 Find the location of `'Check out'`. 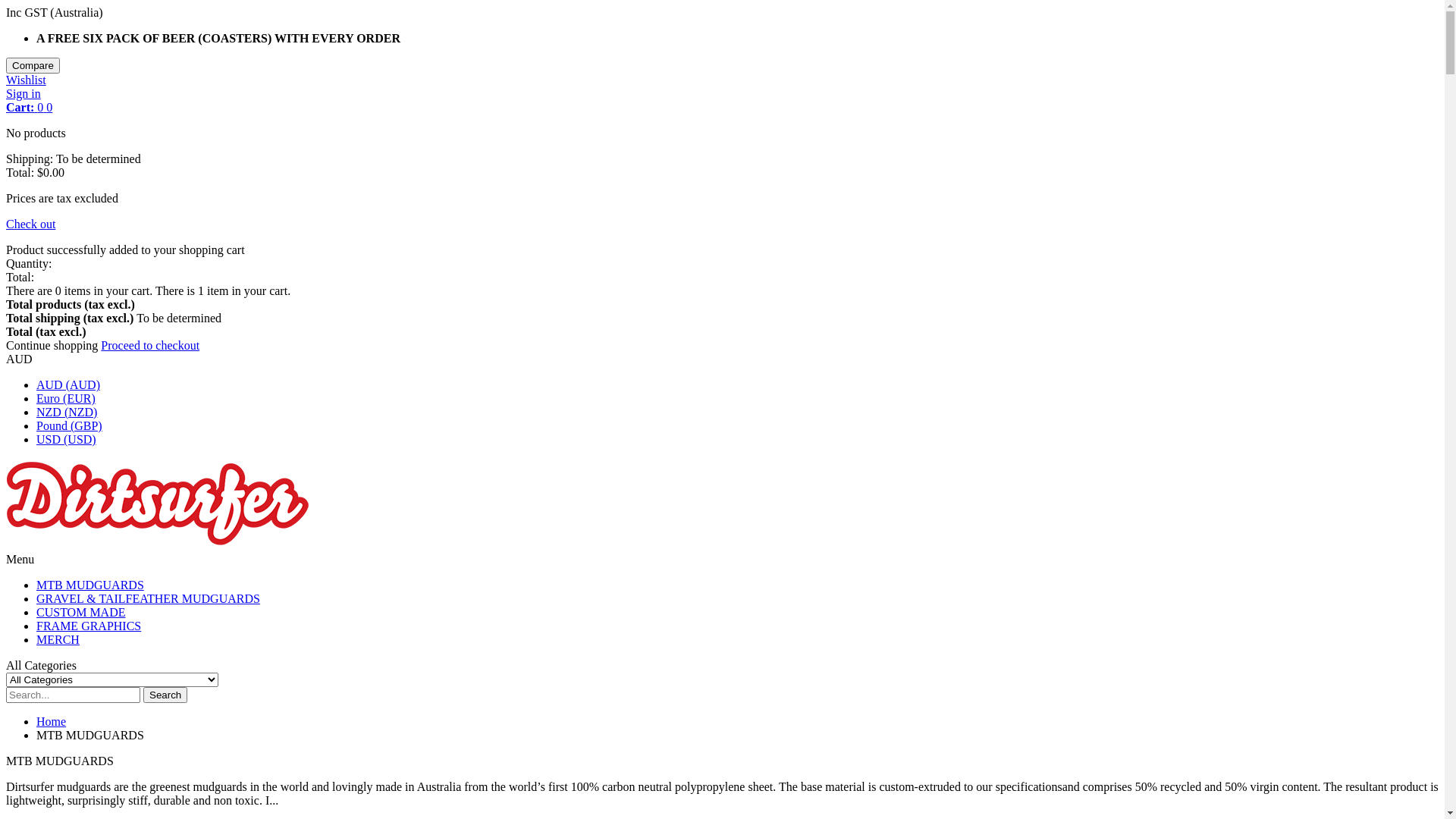

'Check out' is located at coordinates (6, 224).